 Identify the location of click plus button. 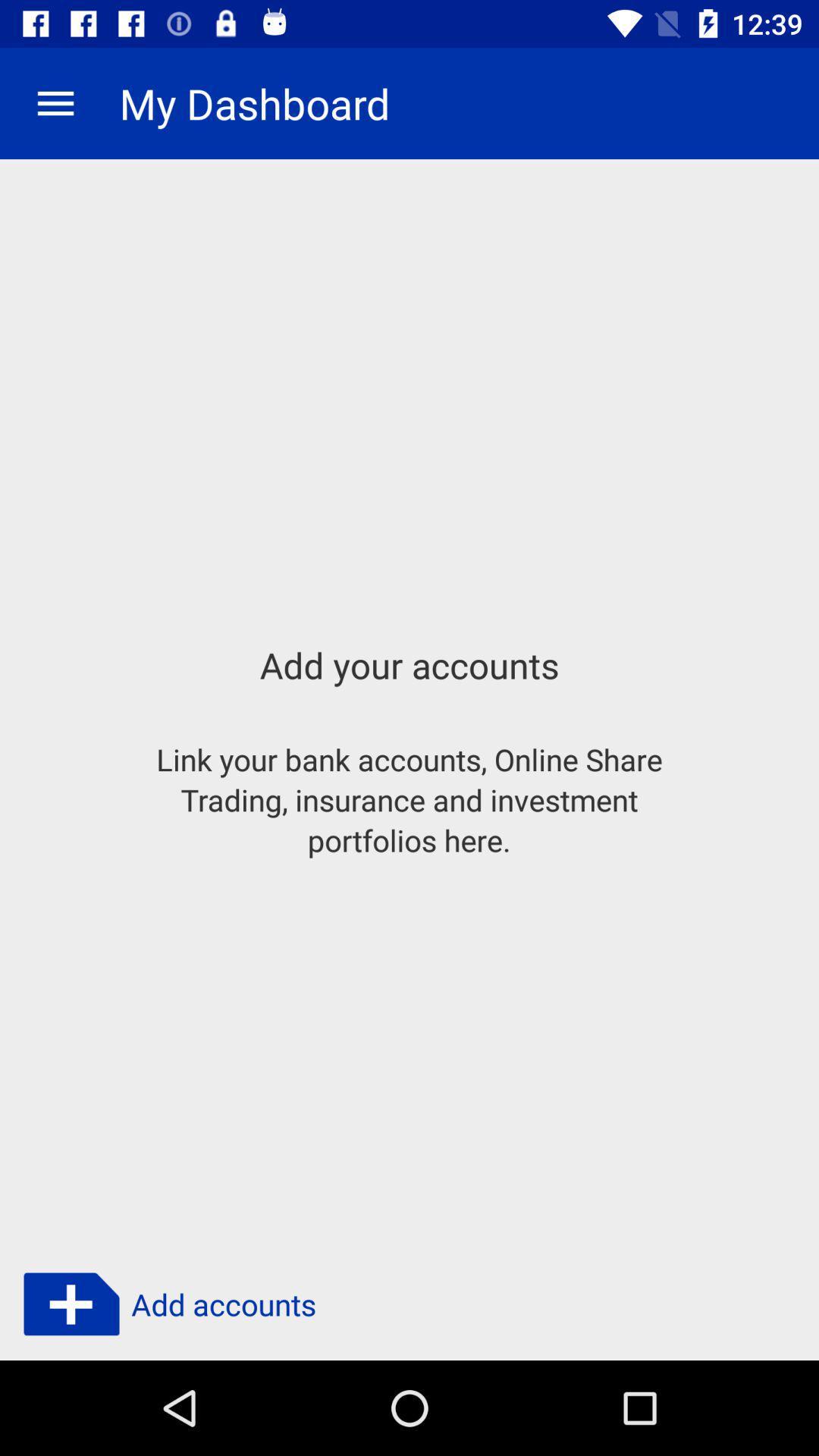
(71, 1304).